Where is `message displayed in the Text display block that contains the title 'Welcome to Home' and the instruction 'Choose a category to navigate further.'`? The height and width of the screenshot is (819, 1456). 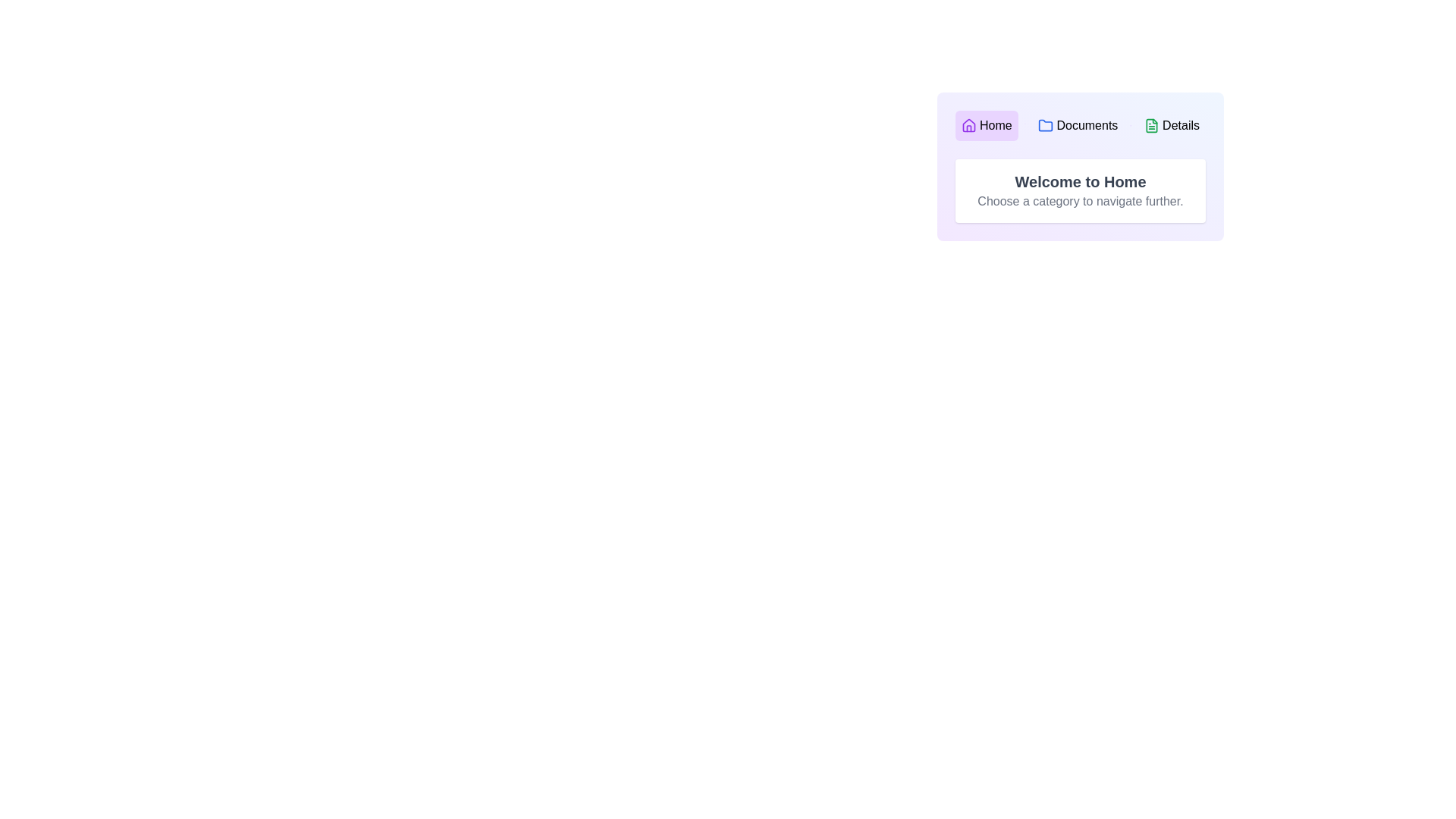 message displayed in the Text display block that contains the title 'Welcome to Home' and the instruction 'Choose a category to navigate further.' is located at coordinates (1080, 190).